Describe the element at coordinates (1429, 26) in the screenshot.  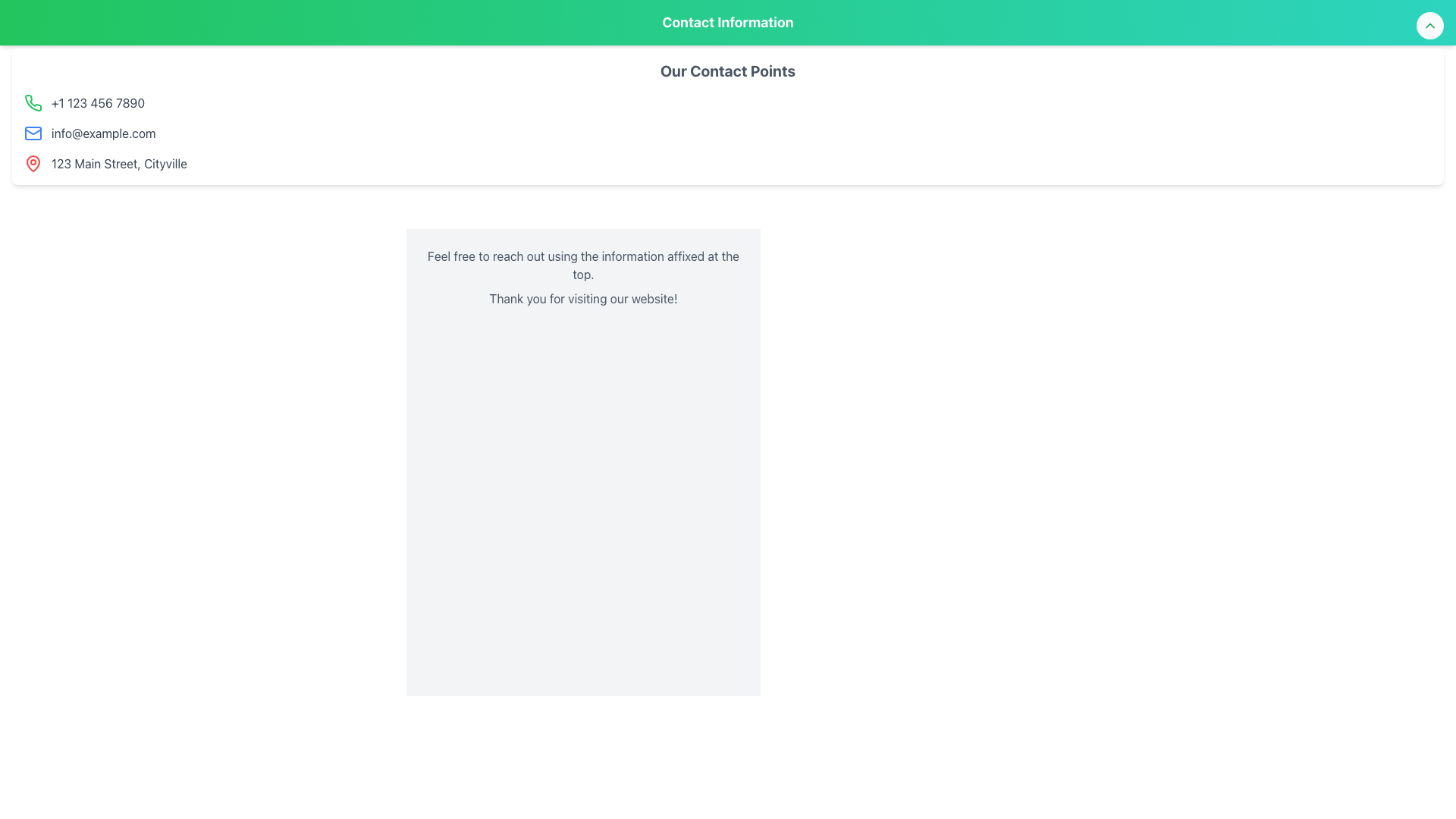
I see `the circular button with a white background and green chevron icon located in the top-right corner of the 'Contact Information' header` at that location.